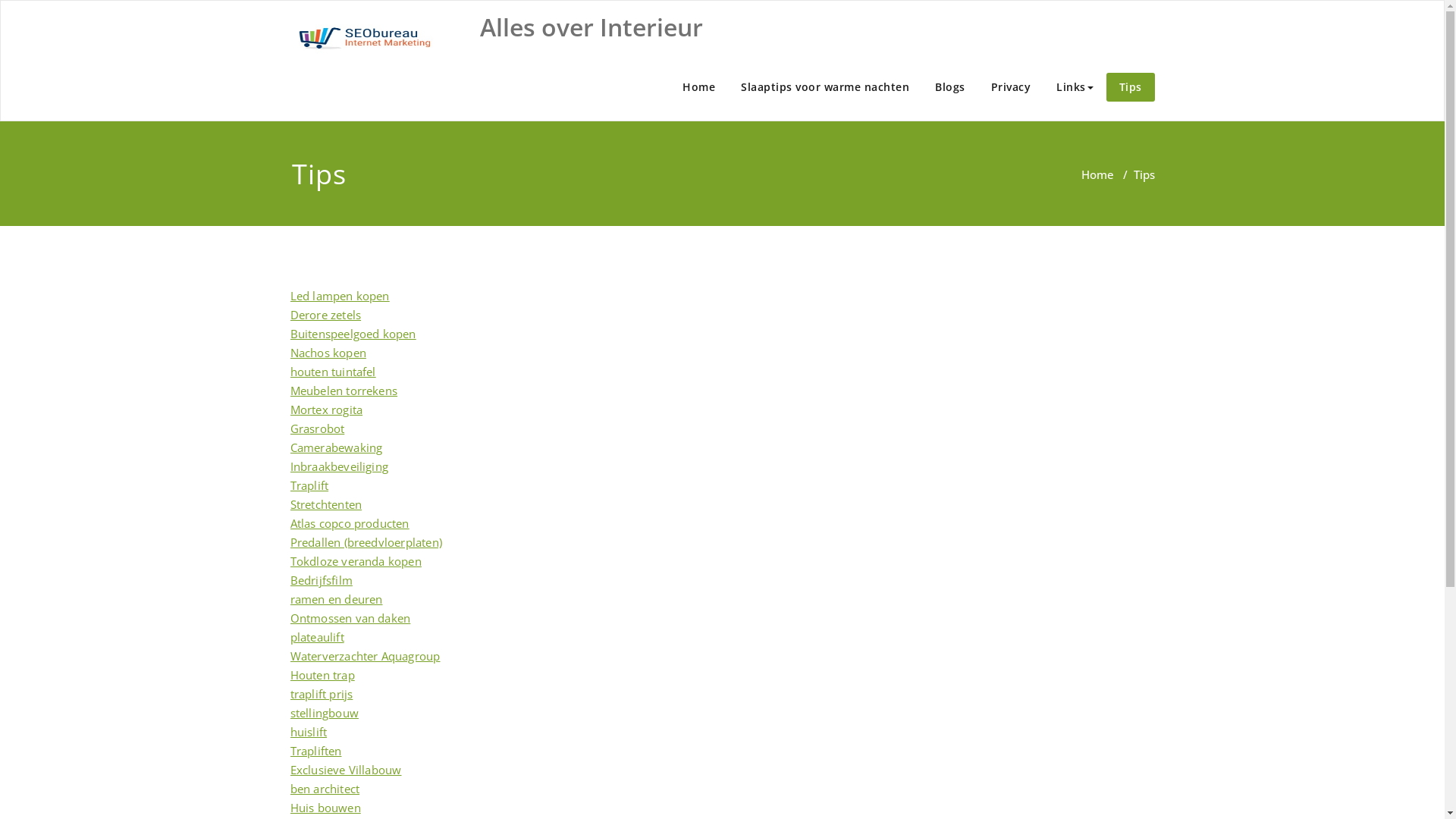 The image size is (1456, 819). I want to click on 'ramen en deuren', so click(334, 598).